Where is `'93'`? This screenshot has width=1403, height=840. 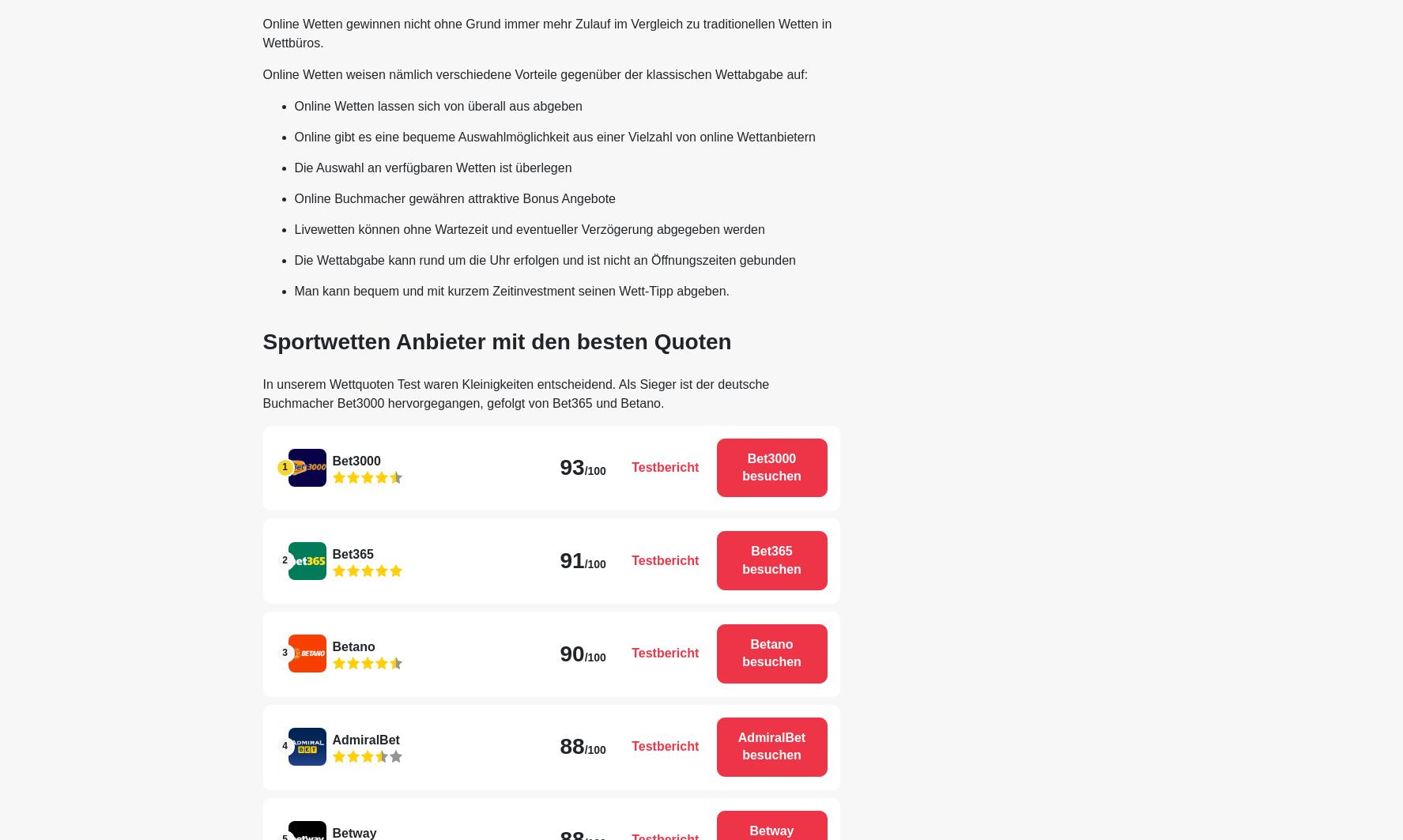
'93' is located at coordinates (571, 466).